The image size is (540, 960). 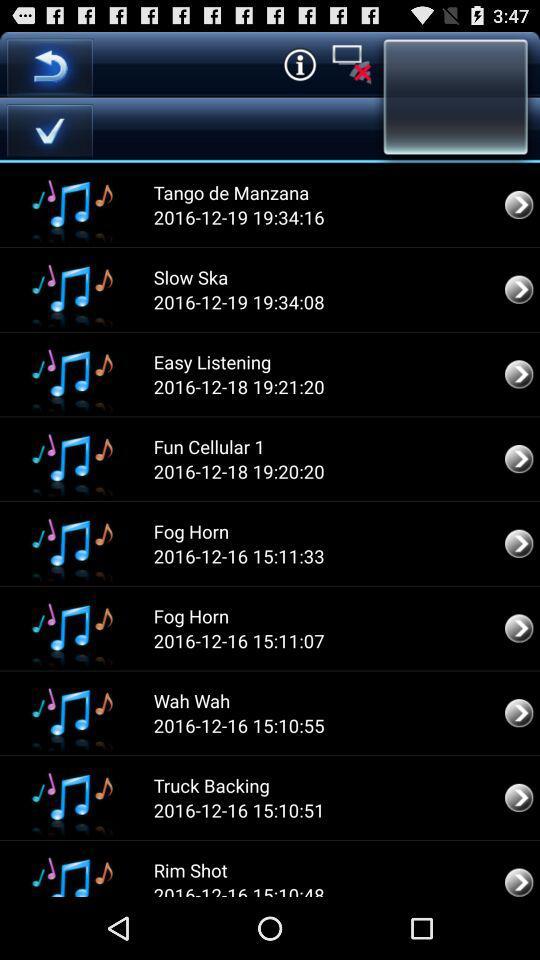 What do you see at coordinates (50, 71) in the screenshot?
I see `the undo icon` at bounding box center [50, 71].